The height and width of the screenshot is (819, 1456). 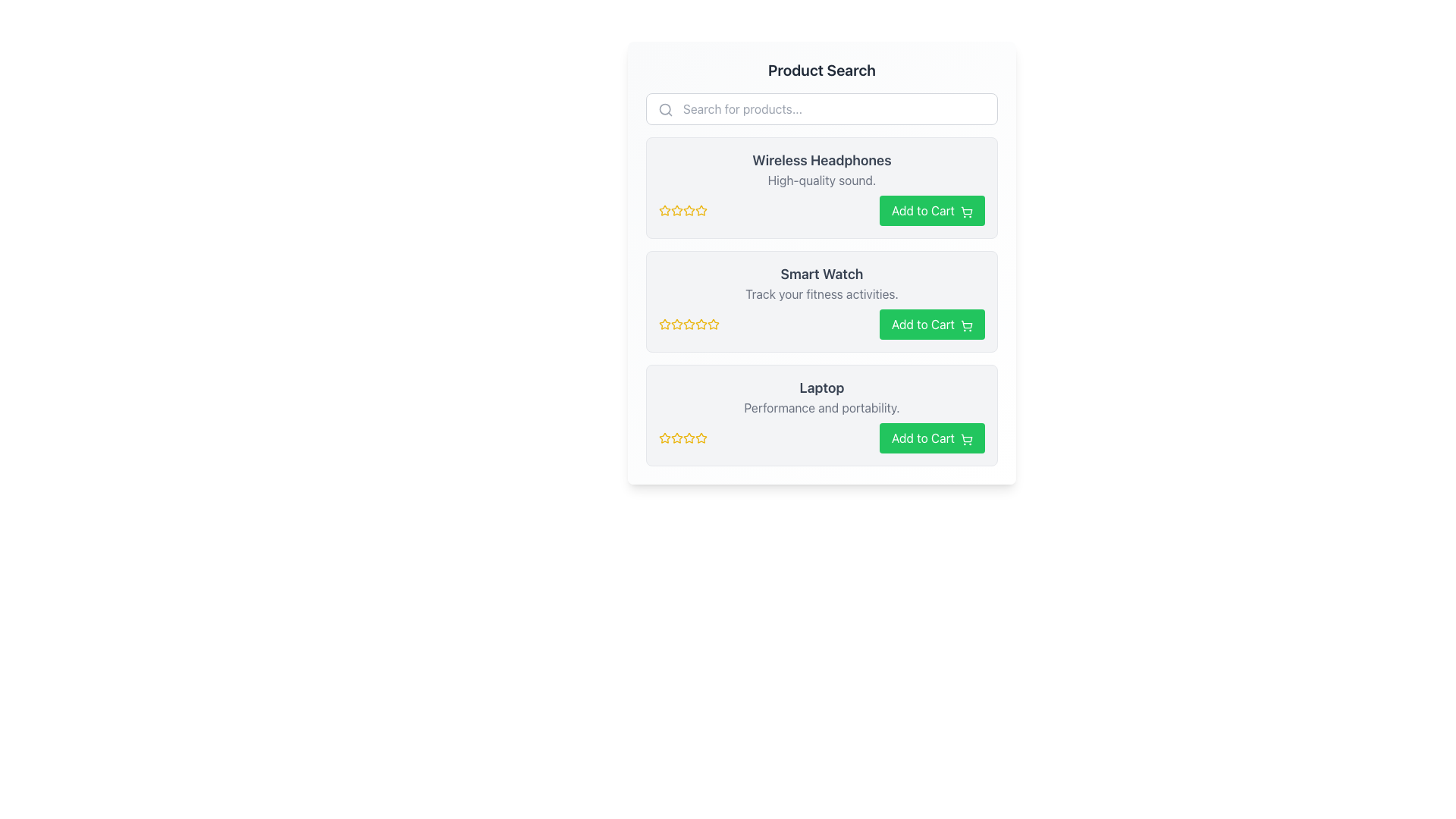 What do you see at coordinates (665, 324) in the screenshot?
I see `the yellow star icon with a hollow center` at bounding box center [665, 324].